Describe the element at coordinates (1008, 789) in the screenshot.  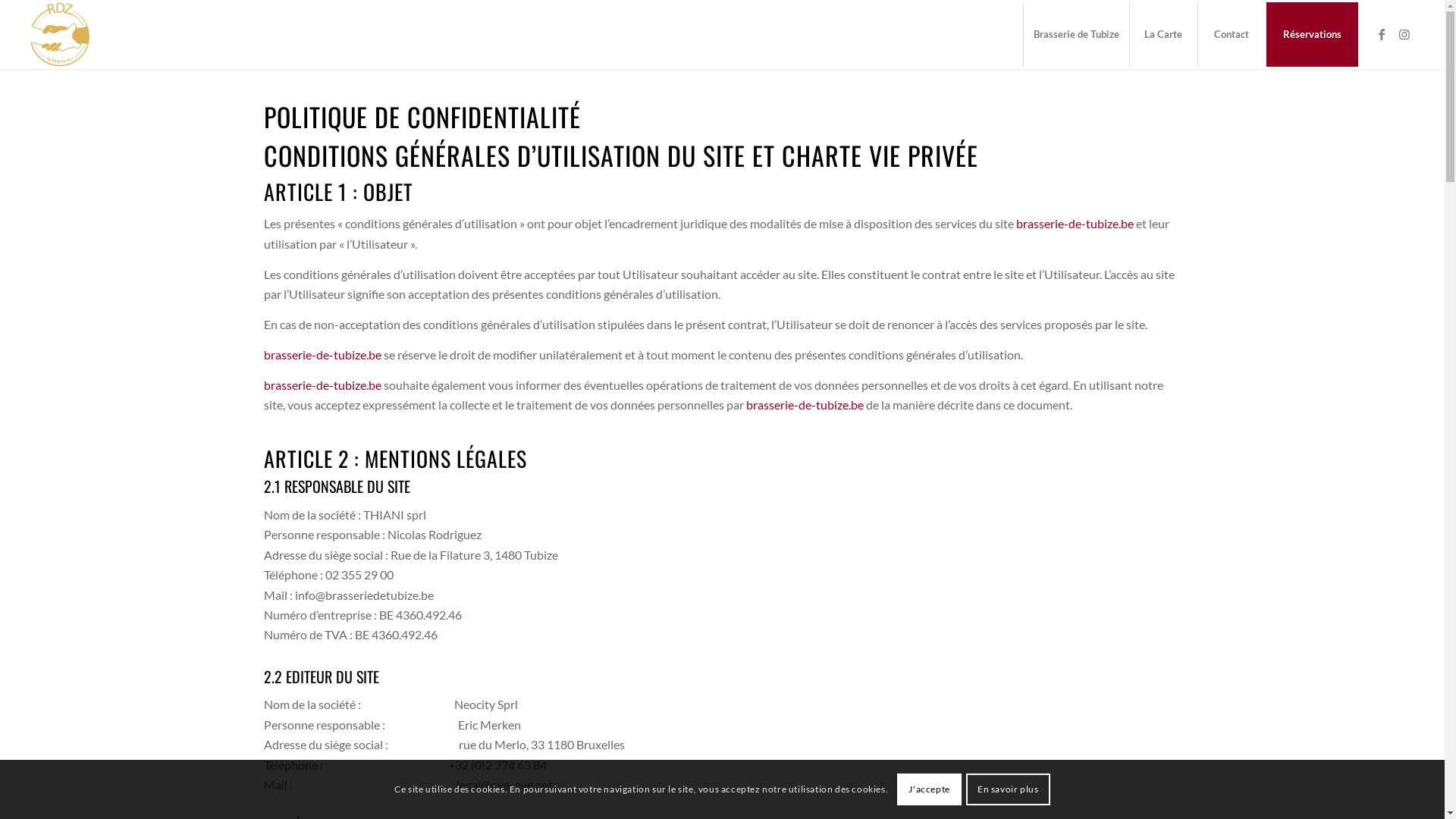
I see `'En savoir plus'` at that location.